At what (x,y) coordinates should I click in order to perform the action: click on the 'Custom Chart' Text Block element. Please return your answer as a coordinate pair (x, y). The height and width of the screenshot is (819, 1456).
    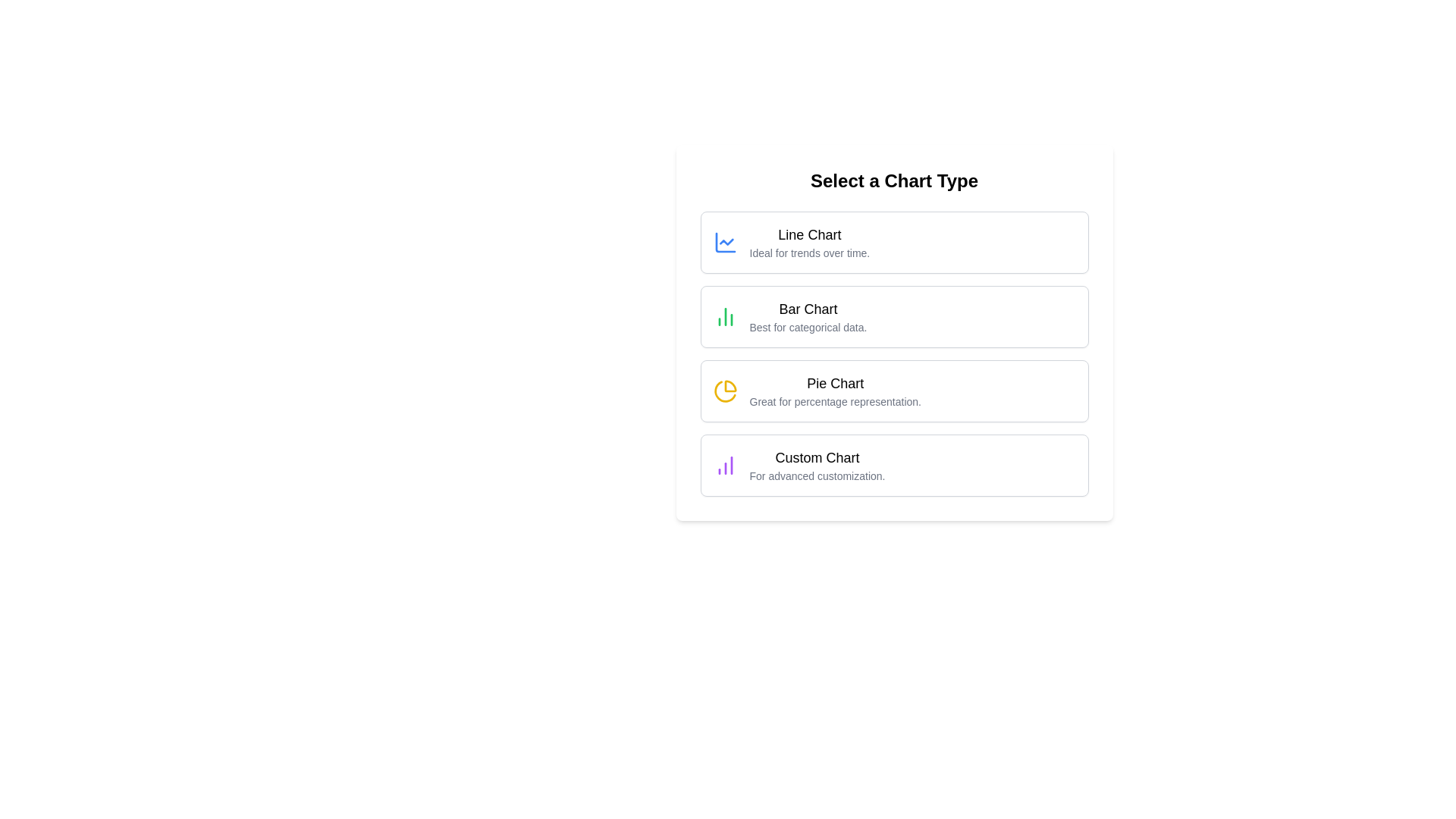
    Looking at the image, I should click on (817, 464).